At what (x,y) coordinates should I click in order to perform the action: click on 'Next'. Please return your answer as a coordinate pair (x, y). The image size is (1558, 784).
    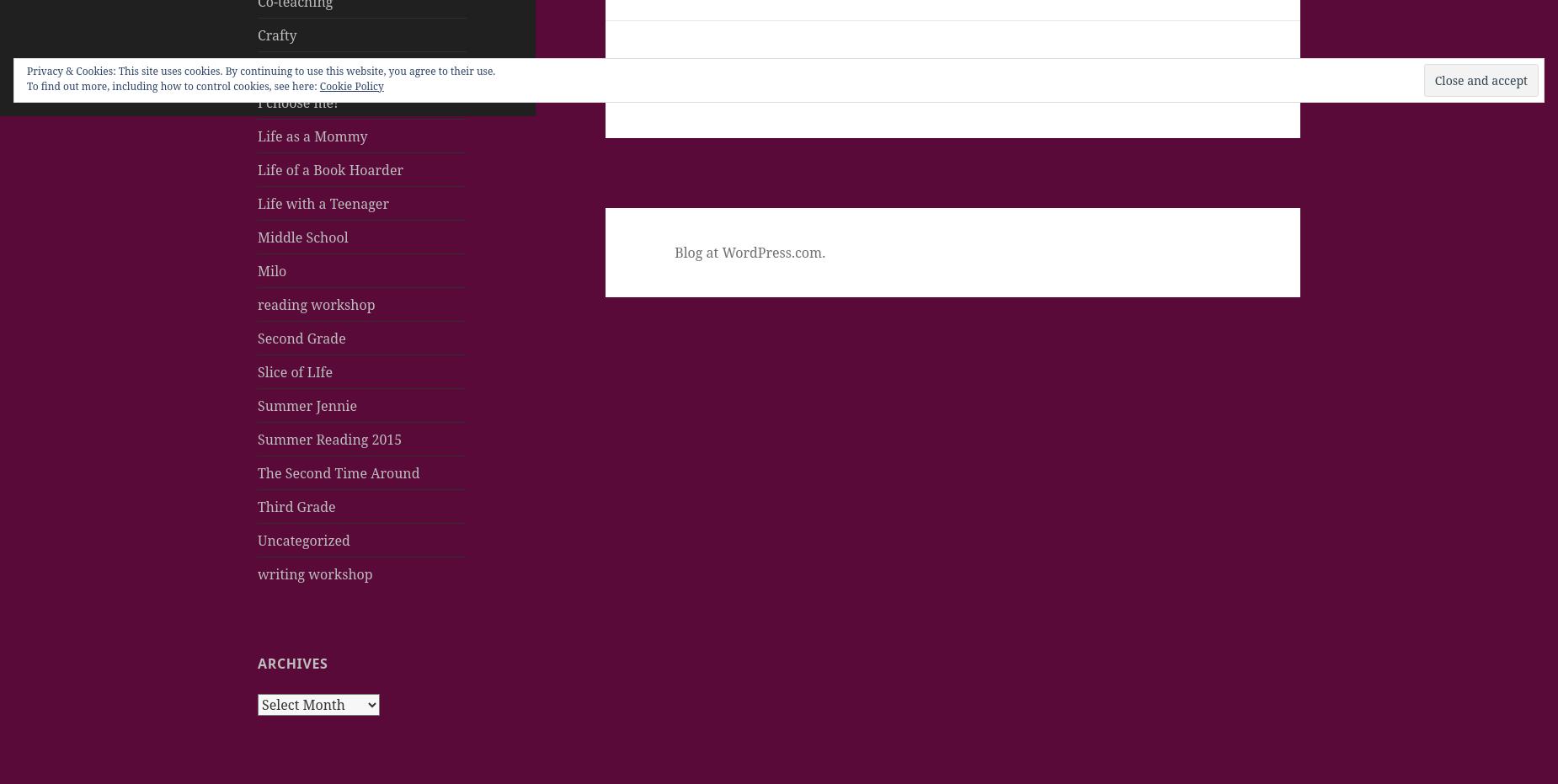
    Looking at the image, I should click on (693, 66).